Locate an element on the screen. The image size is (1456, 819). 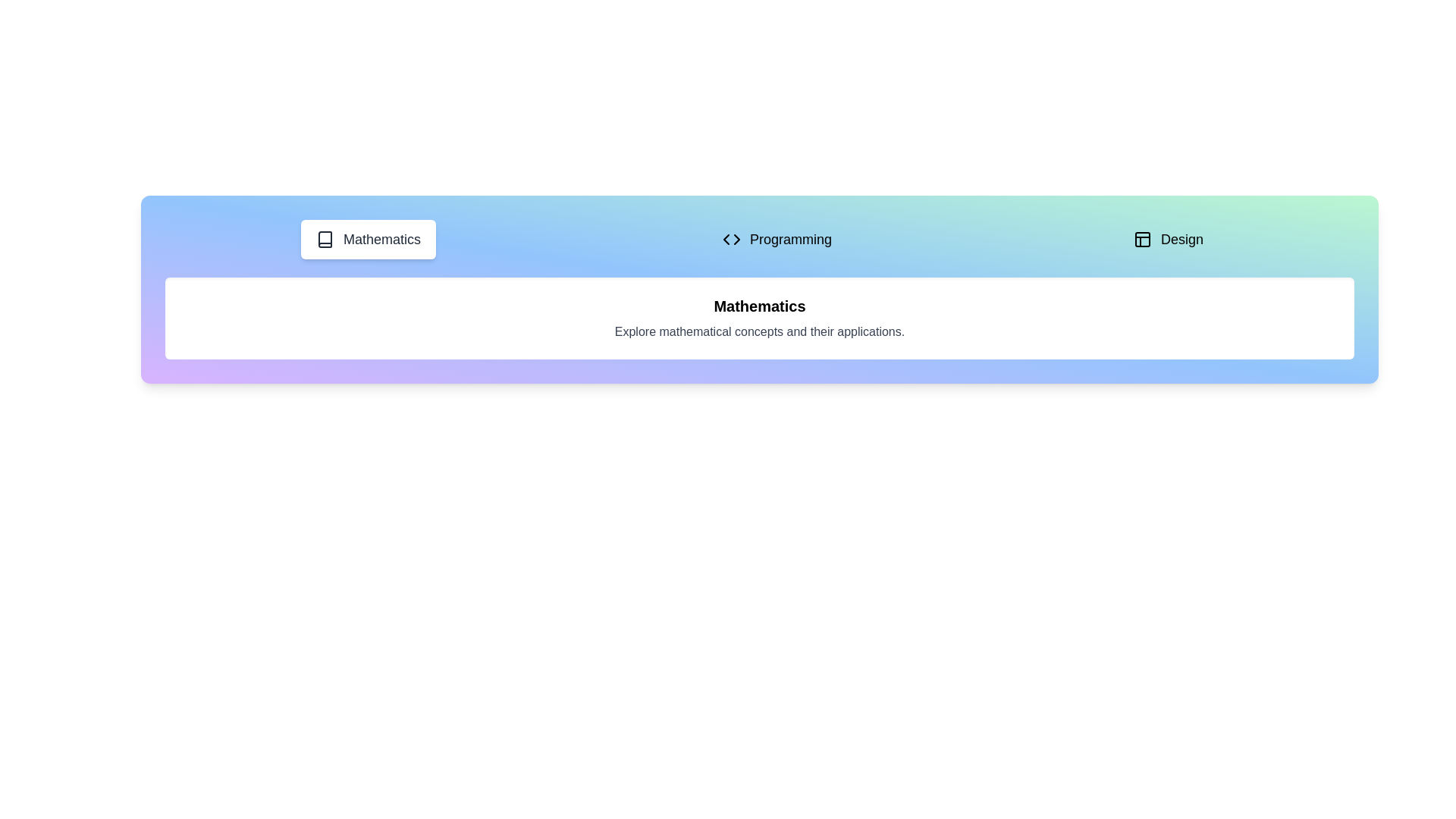
the button corresponding to the module Programming is located at coordinates (777, 239).